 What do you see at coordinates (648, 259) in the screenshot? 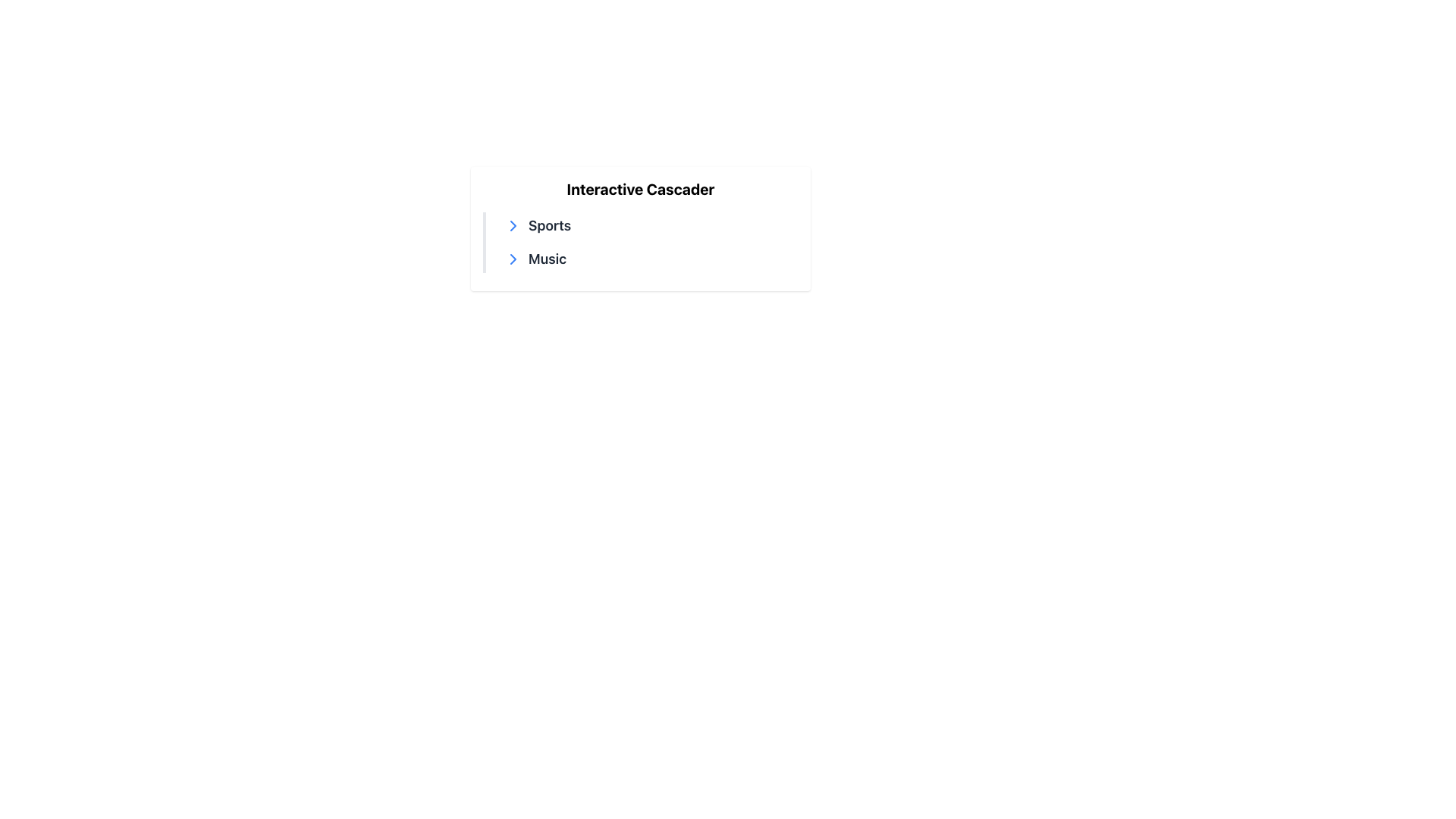
I see `the 'Music' dropdown menu item located beneath 'Sports' in the 'Interactive Cascader' dropdown to change its background` at bounding box center [648, 259].